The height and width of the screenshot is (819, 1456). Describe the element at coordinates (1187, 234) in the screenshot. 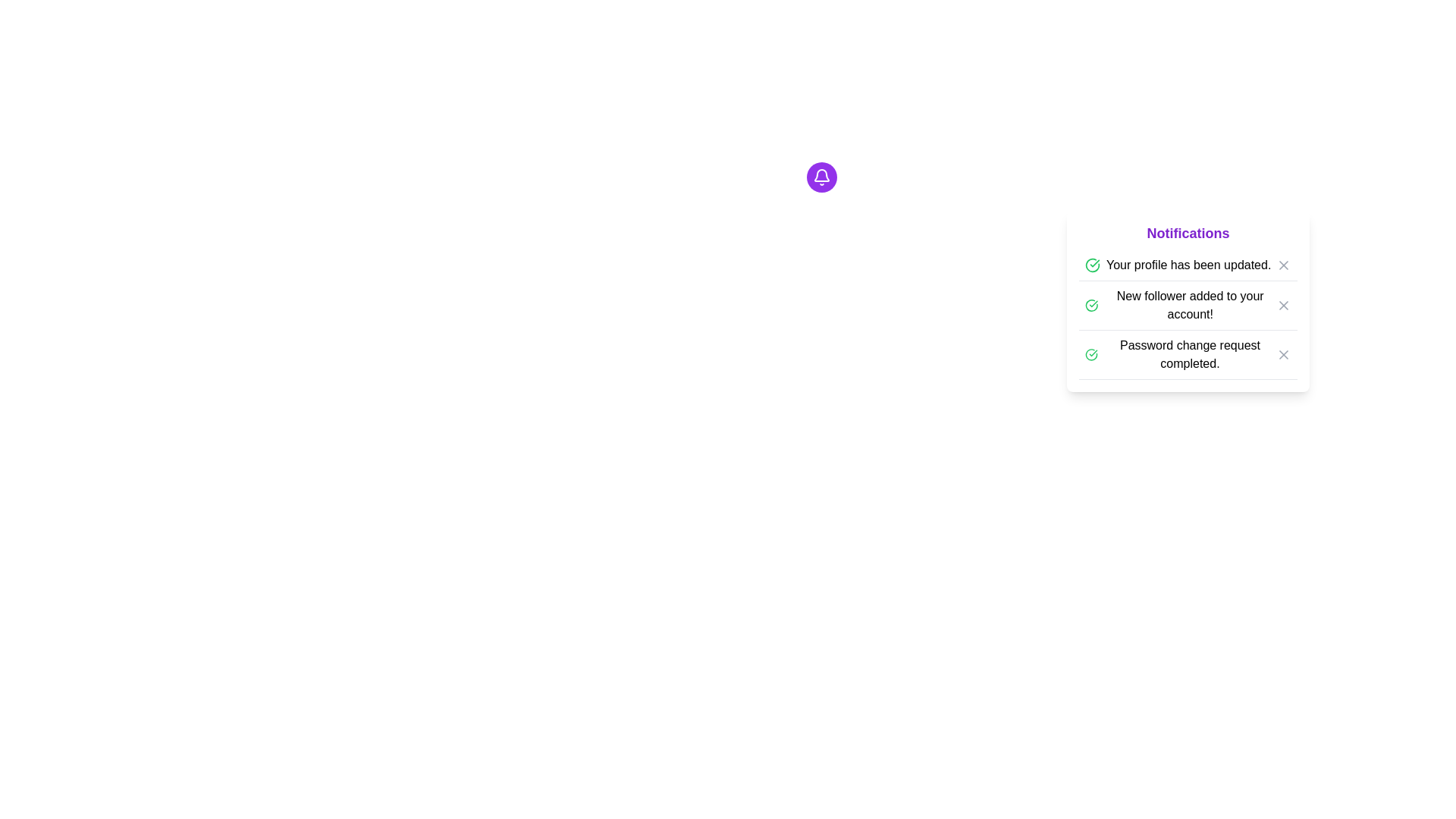

I see `text from the 'Notifications' text label, which is styled in a bold and large purple font and serves as the section header in the notification panel` at that location.